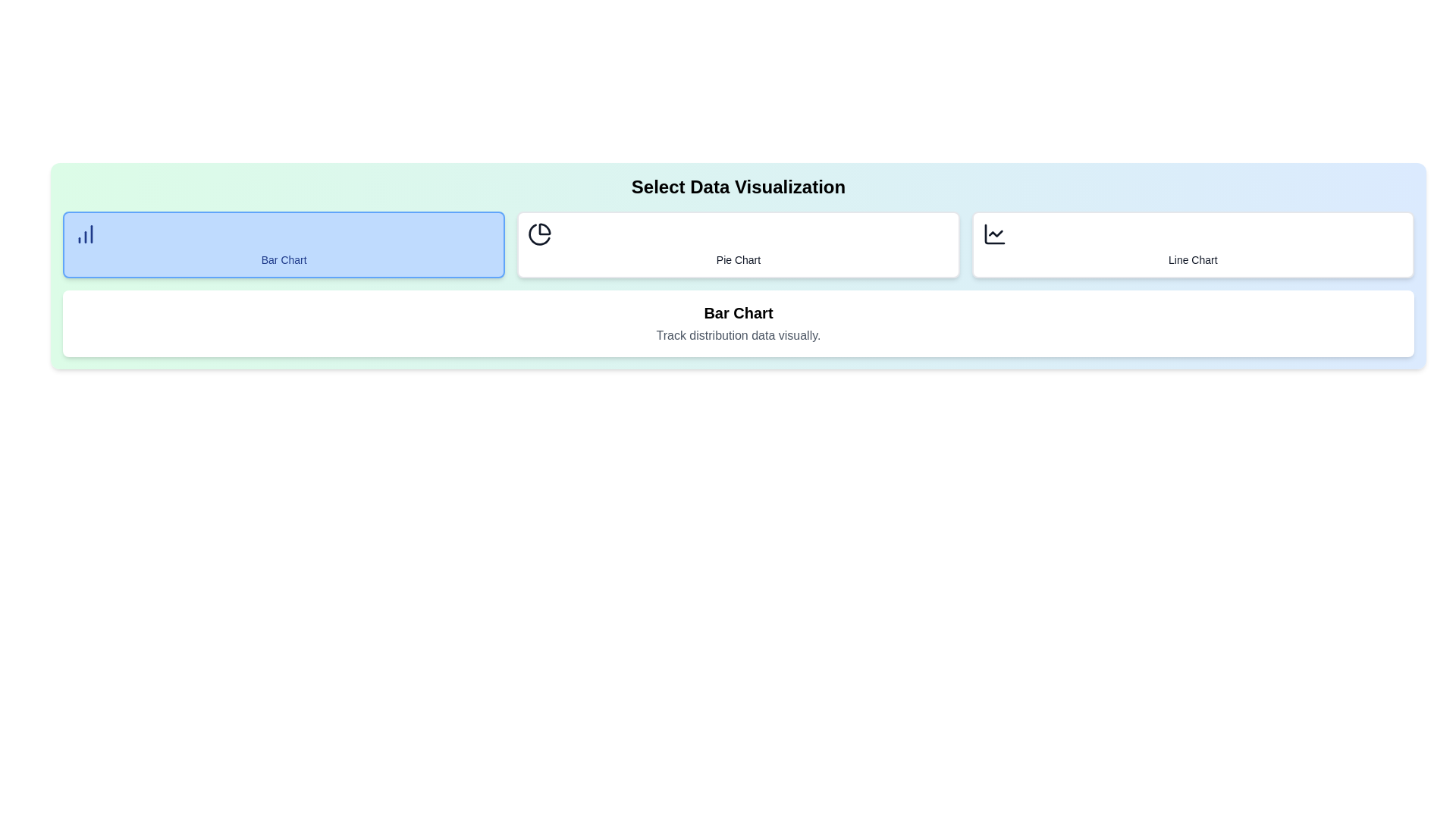  What do you see at coordinates (739, 244) in the screenshot?
I see `the button for selecting the 'Pie Chart' data visualization type, located centrally in the selection panel, between 'Bar Chart' and 'Line Chart'` at bounding box center [739, 244].